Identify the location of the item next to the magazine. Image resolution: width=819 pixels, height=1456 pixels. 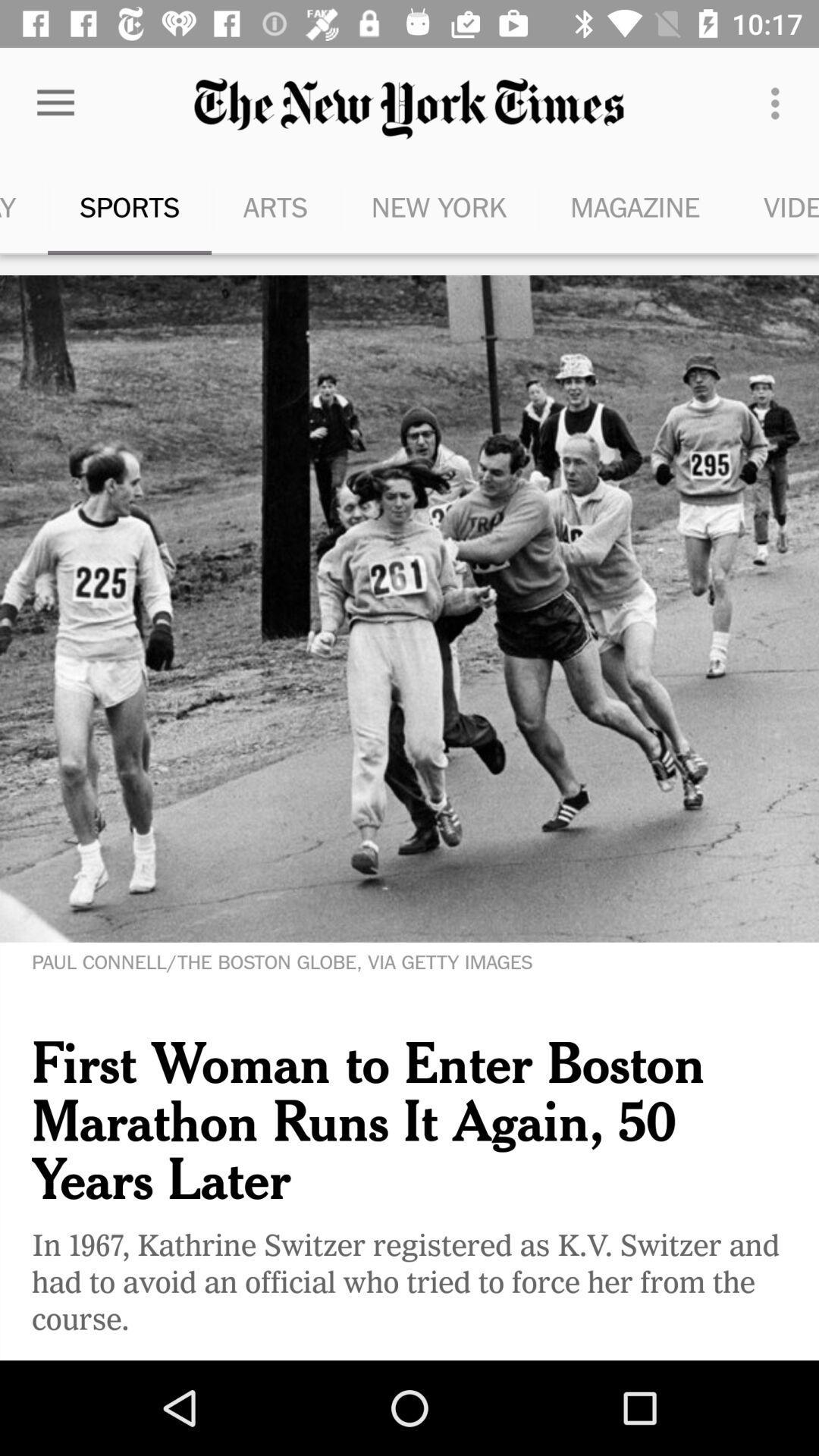
(775, 206).